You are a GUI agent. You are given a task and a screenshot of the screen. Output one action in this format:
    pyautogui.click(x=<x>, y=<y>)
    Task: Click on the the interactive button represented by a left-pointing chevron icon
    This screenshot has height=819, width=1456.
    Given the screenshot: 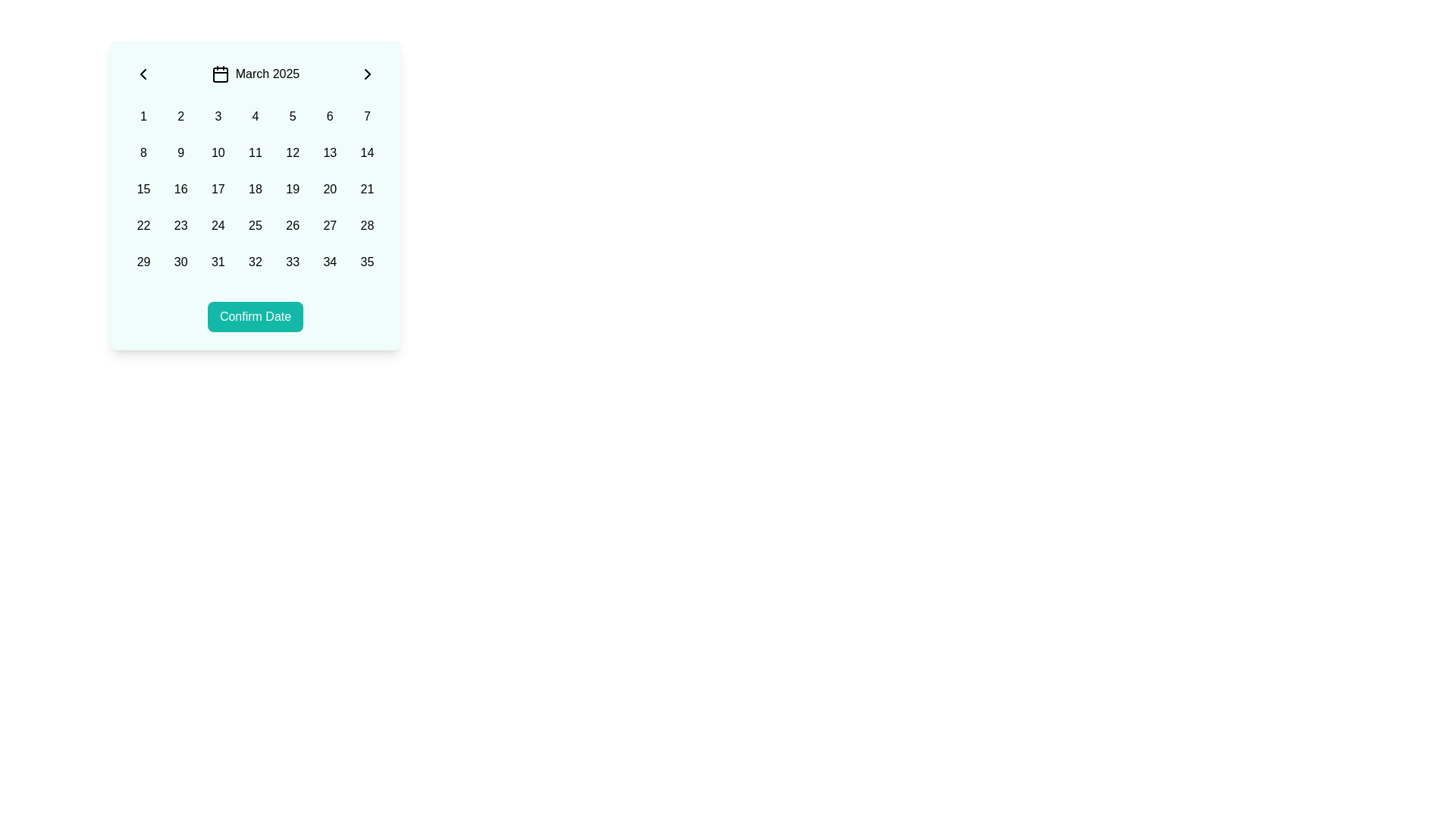 What is the action you would take?
    pyautogui.click(x=143, y=74)
    